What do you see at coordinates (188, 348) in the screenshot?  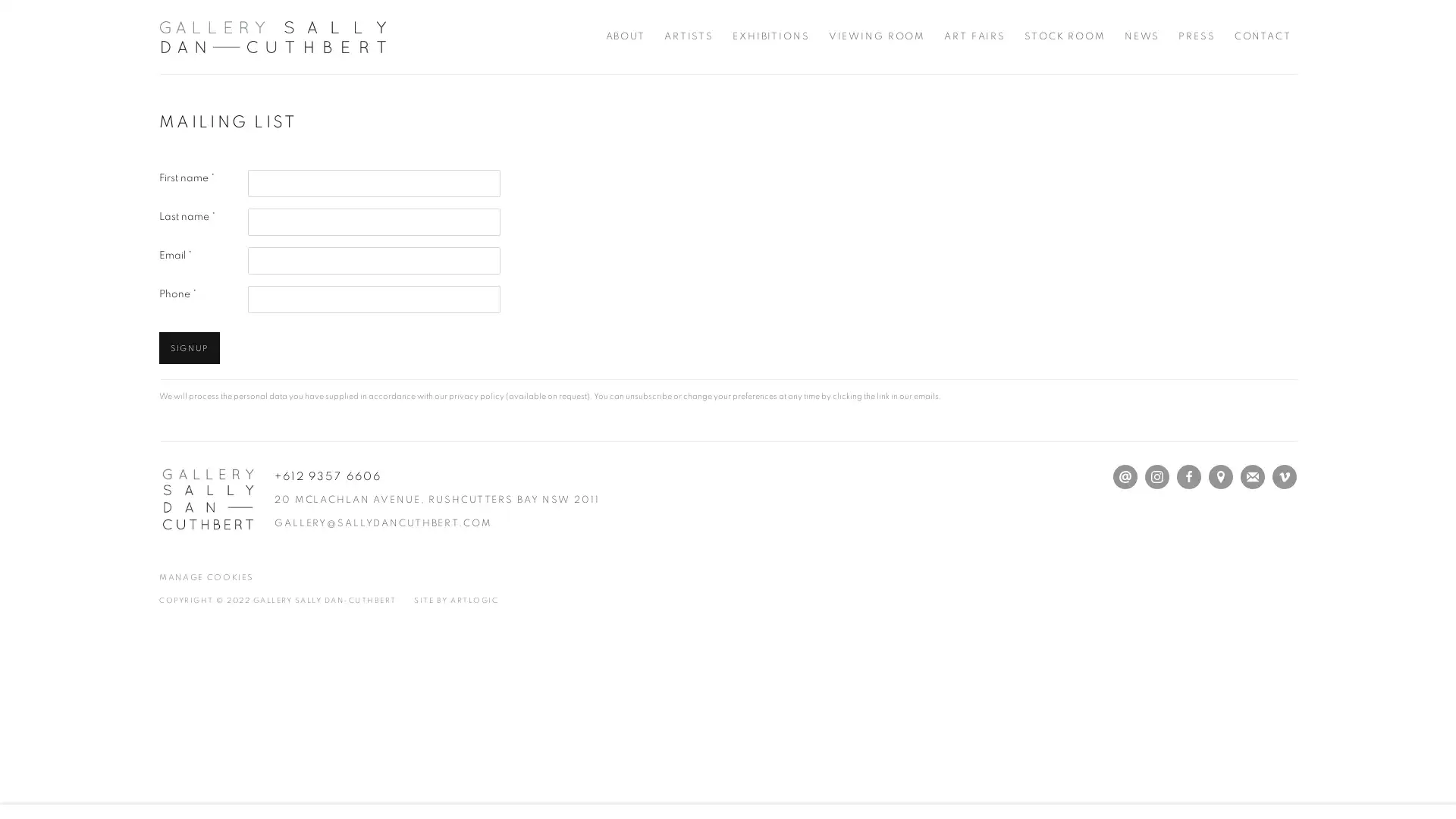 I see `SIGNUP` at bounding box center [188, 348].